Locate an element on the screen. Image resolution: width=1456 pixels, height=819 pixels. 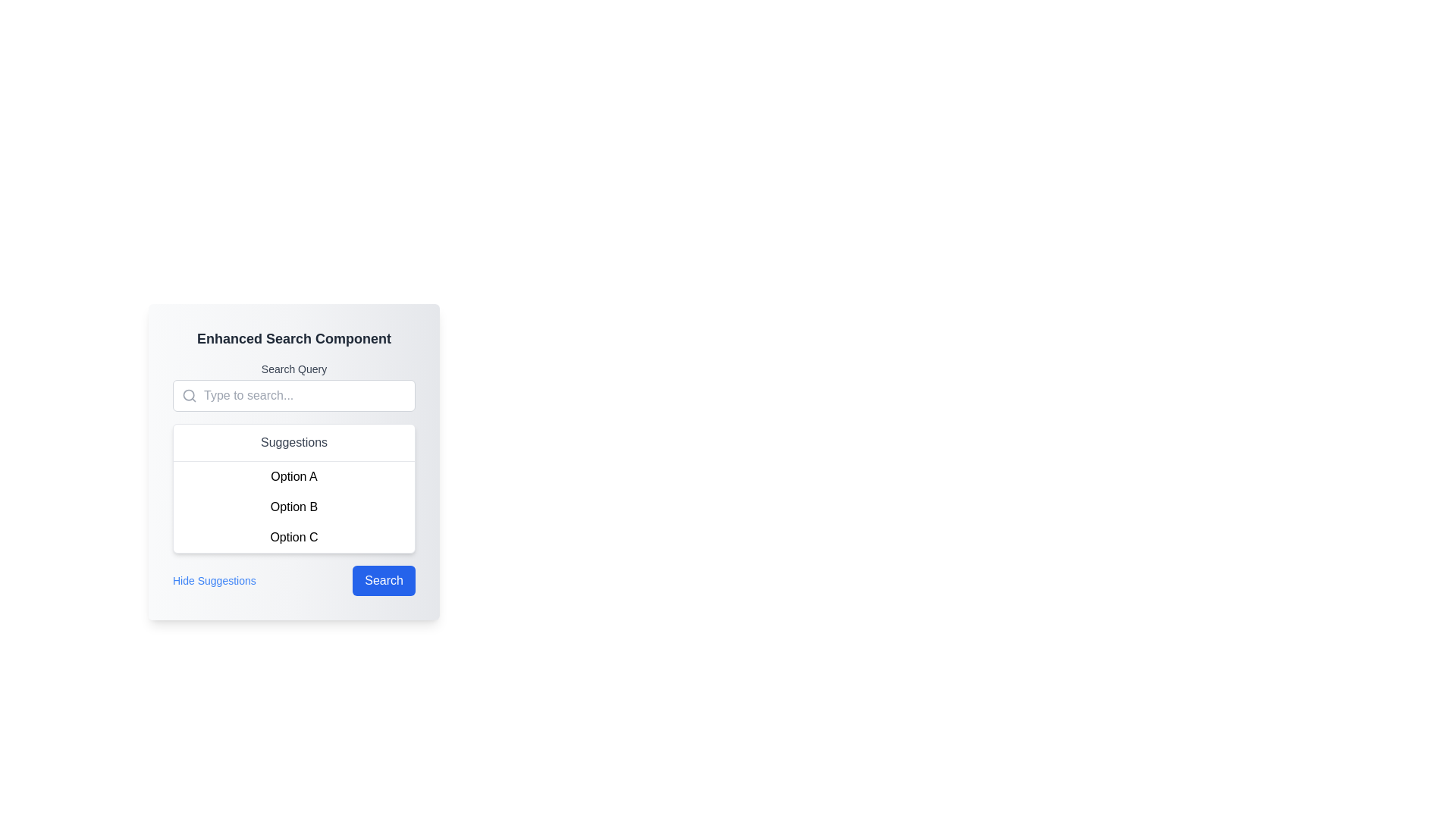
the SVG circle element of the magnifying glass icon located at the top-left corner of the 'Type to search' input field to utilize its search functionality is located at coordinates (188, 394).